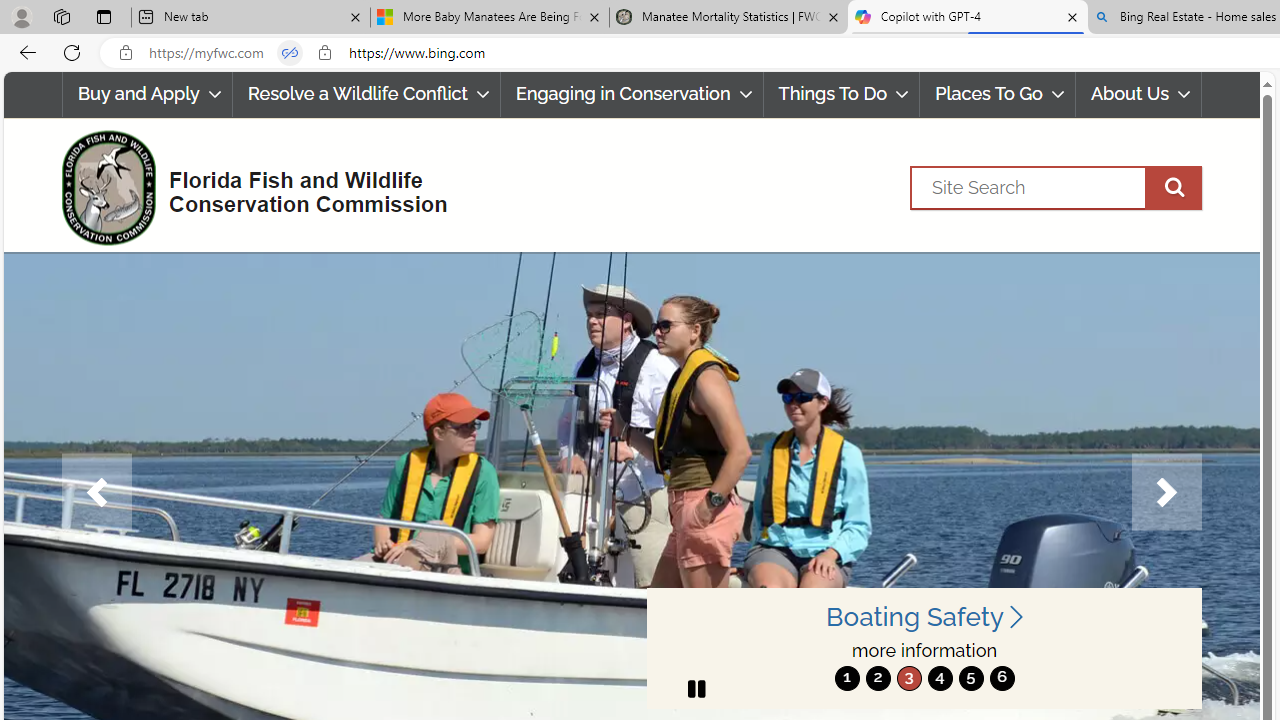 The height and width of the screenshot is (720, 1280). What do you see at coordinates (847, 677) in the screenshot?
I see `'move to slide 1'` at bounding box center [847, 677].